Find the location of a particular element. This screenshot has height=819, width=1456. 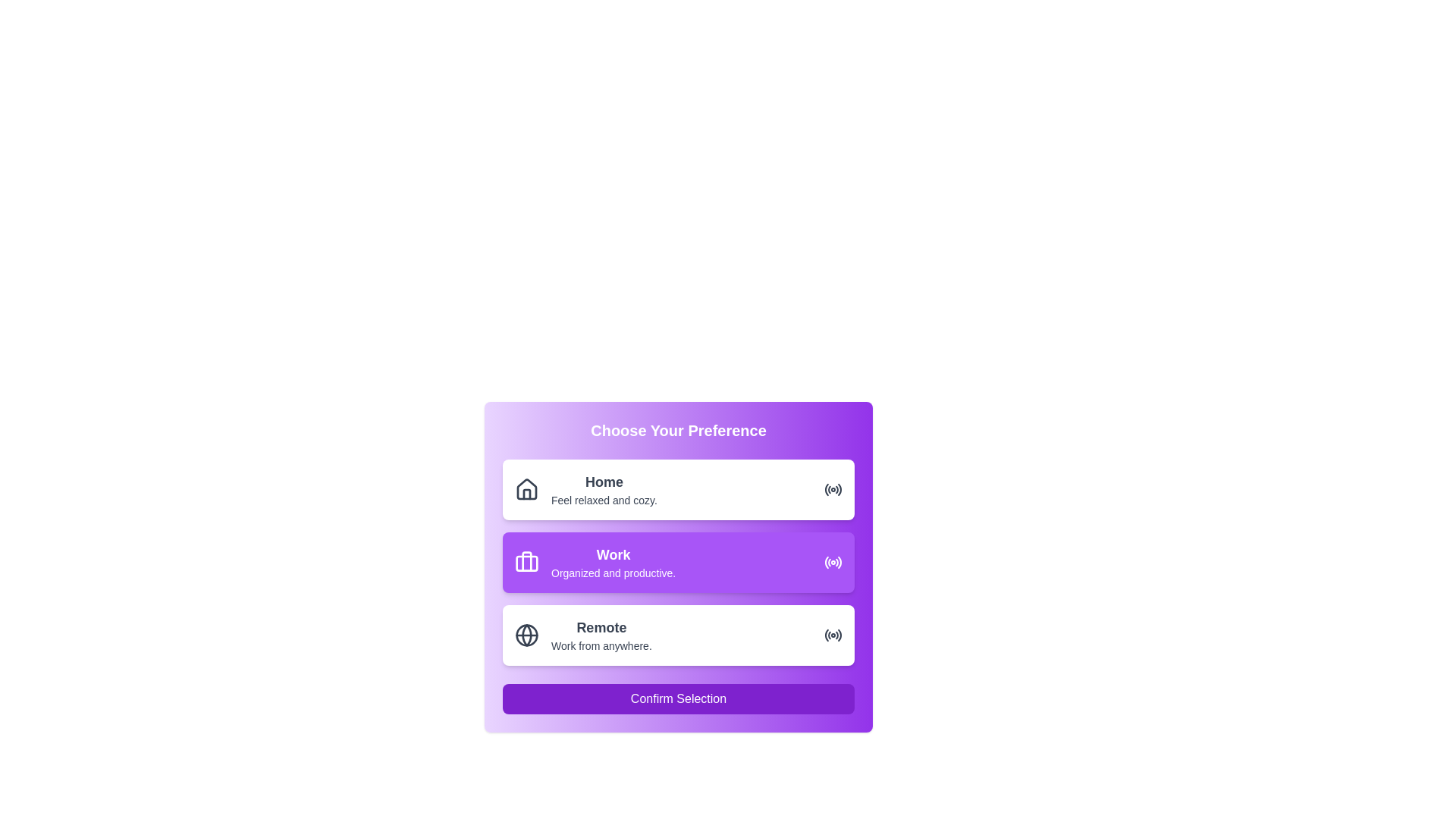

the second selectable option within the 'Choose Your Preference' interface is located at coordinates (677, 562).